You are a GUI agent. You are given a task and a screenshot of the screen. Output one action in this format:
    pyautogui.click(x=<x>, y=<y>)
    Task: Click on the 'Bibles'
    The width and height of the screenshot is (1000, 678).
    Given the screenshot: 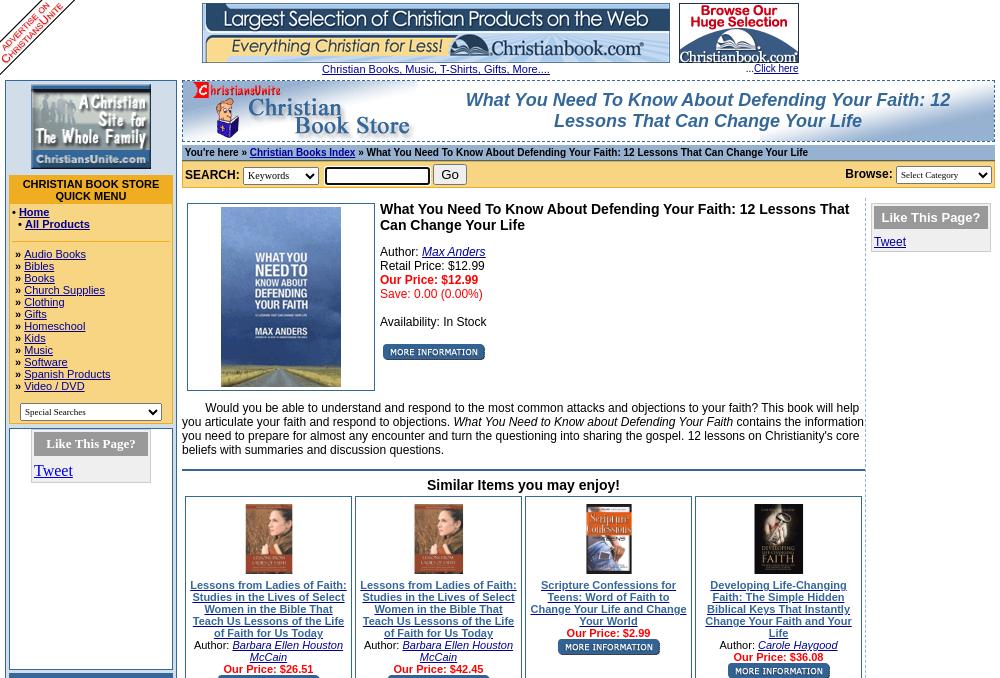 What is the action you would take?
    pyautogui.click(x=39, y=264)
    